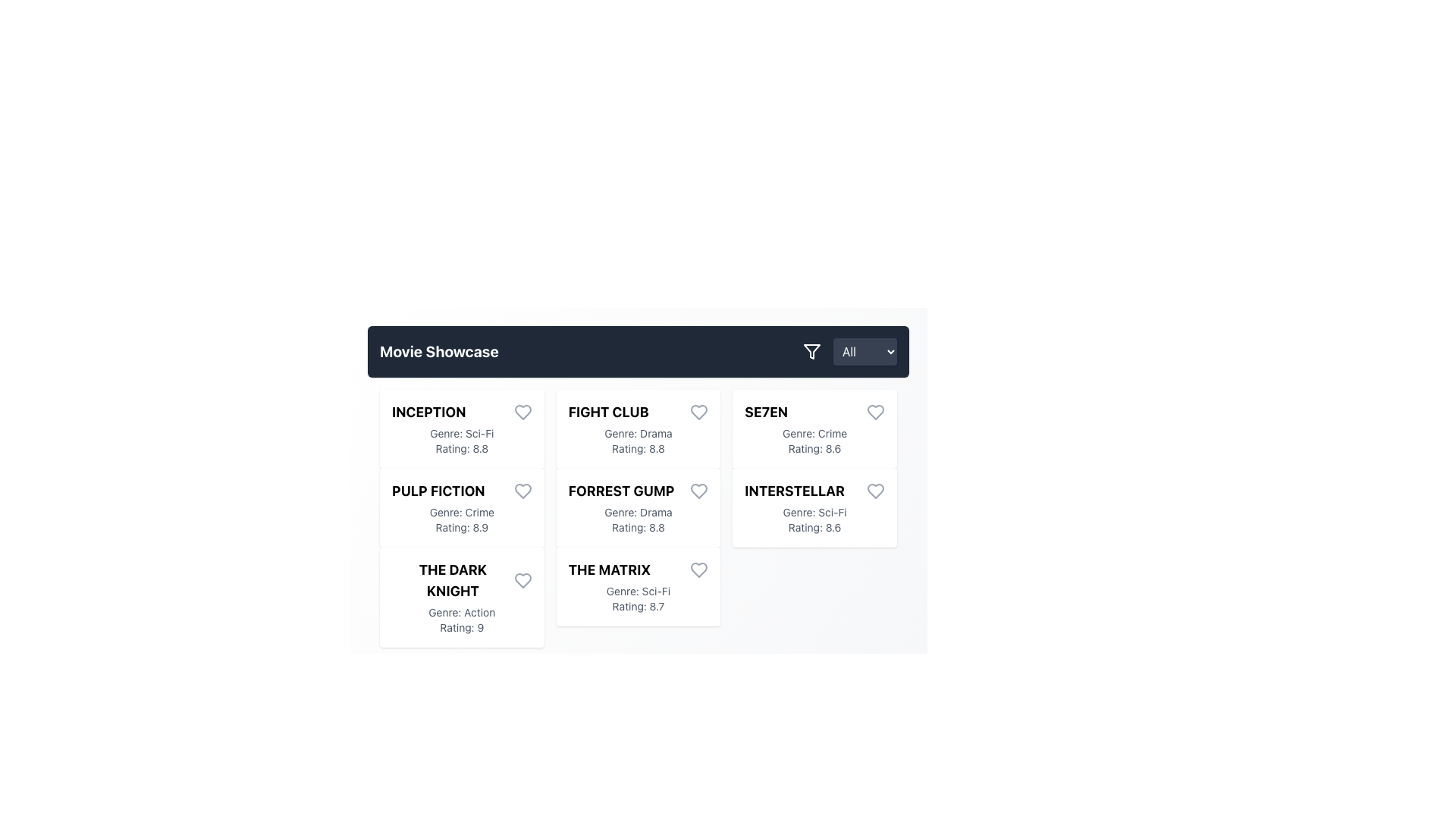 This screenshot has height=819, width=1456. I want to click on the Icon Button located on the right side of the top bar before the 'All' dropdown menu, so click(811, 351).